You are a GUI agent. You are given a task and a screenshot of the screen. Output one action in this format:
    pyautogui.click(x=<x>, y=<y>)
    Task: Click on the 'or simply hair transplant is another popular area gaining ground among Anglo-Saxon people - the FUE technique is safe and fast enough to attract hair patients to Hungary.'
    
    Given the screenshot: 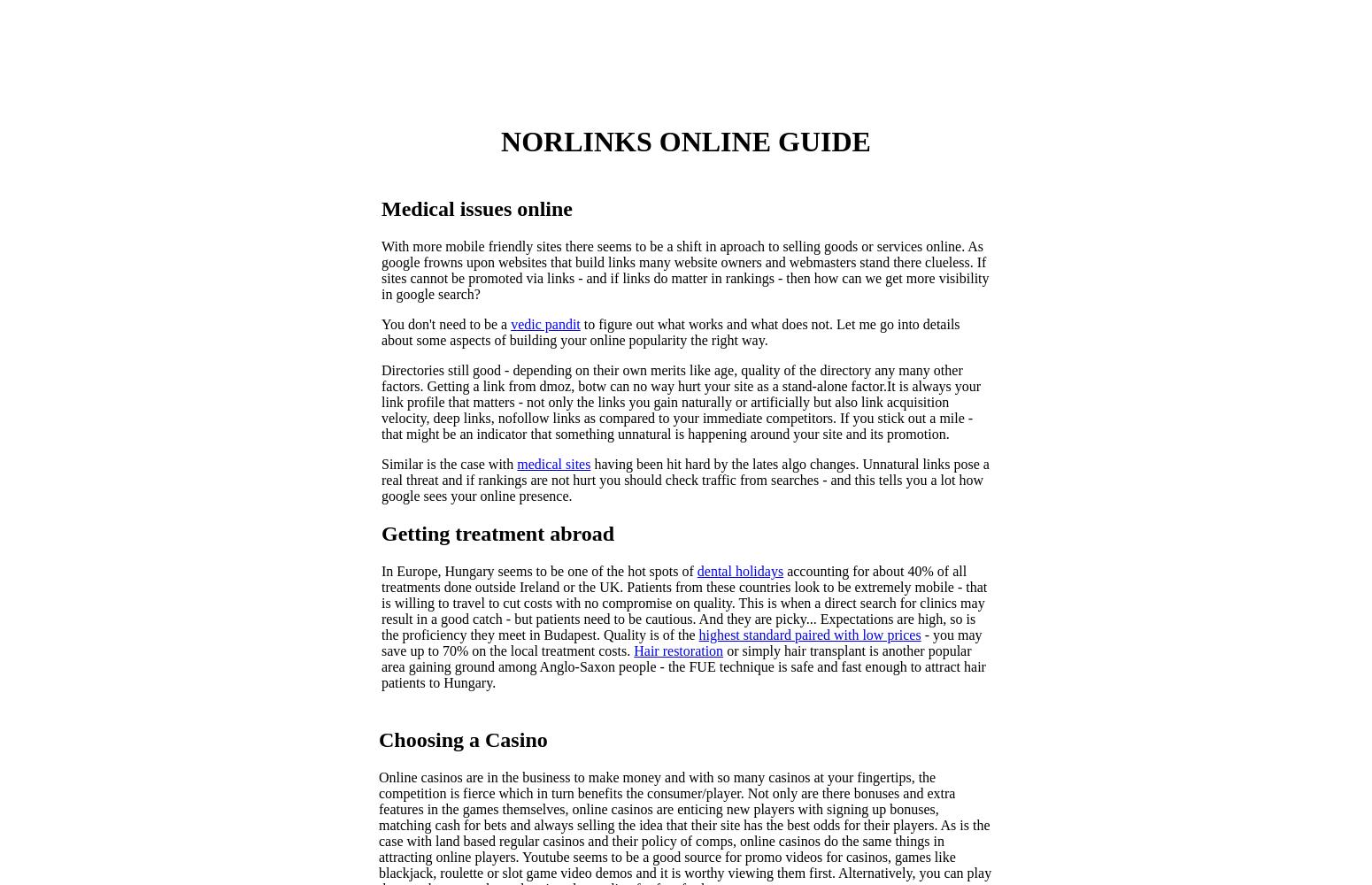 What is the action you would take?
    pyautogui.click(x=382, y=666)
    